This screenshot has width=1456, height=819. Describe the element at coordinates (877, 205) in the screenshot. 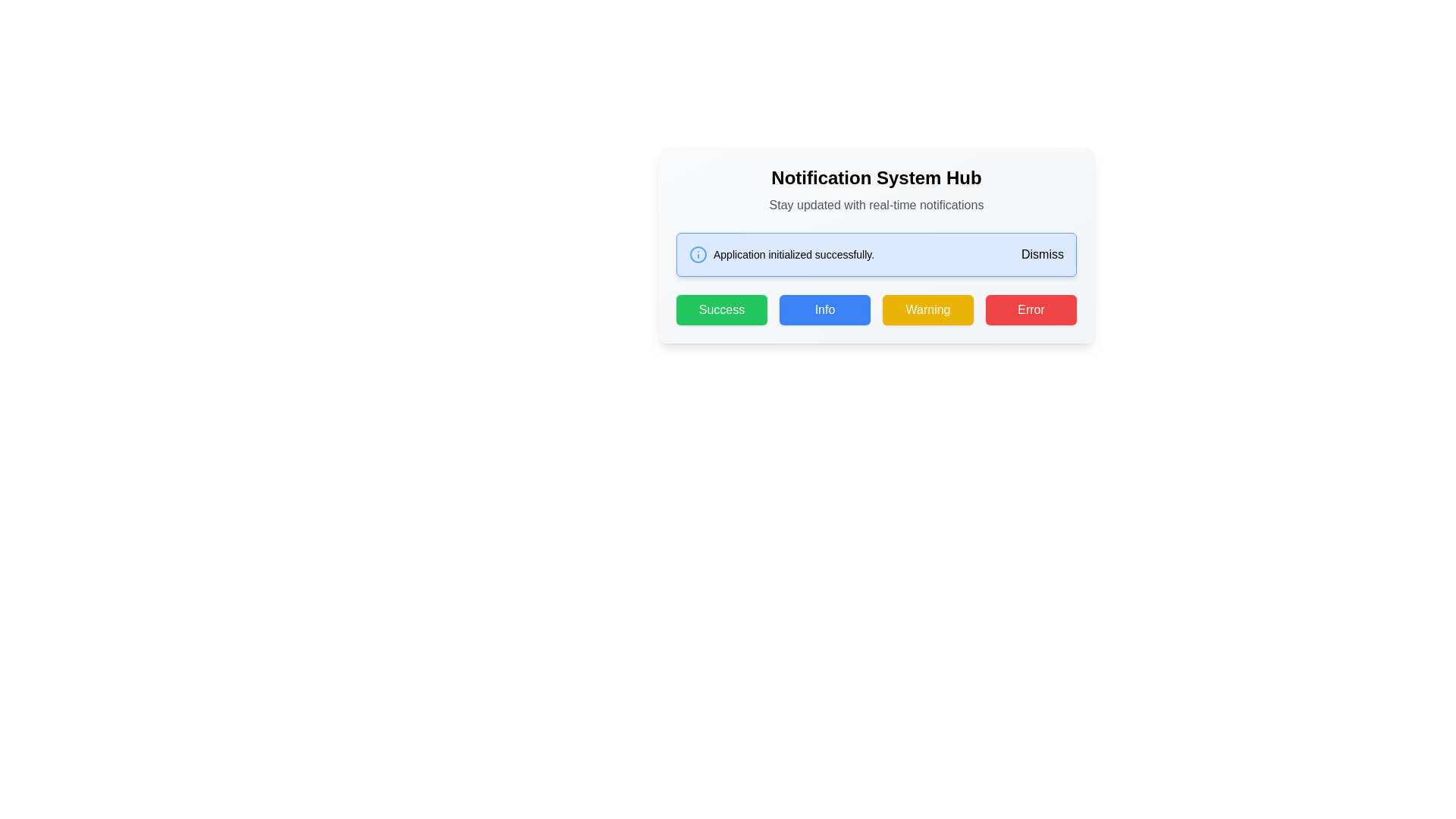

I see `the text element reading 'Stay updated with real-time notifications.' which is positioned below the title 'Notification System Hub.'` at that location.